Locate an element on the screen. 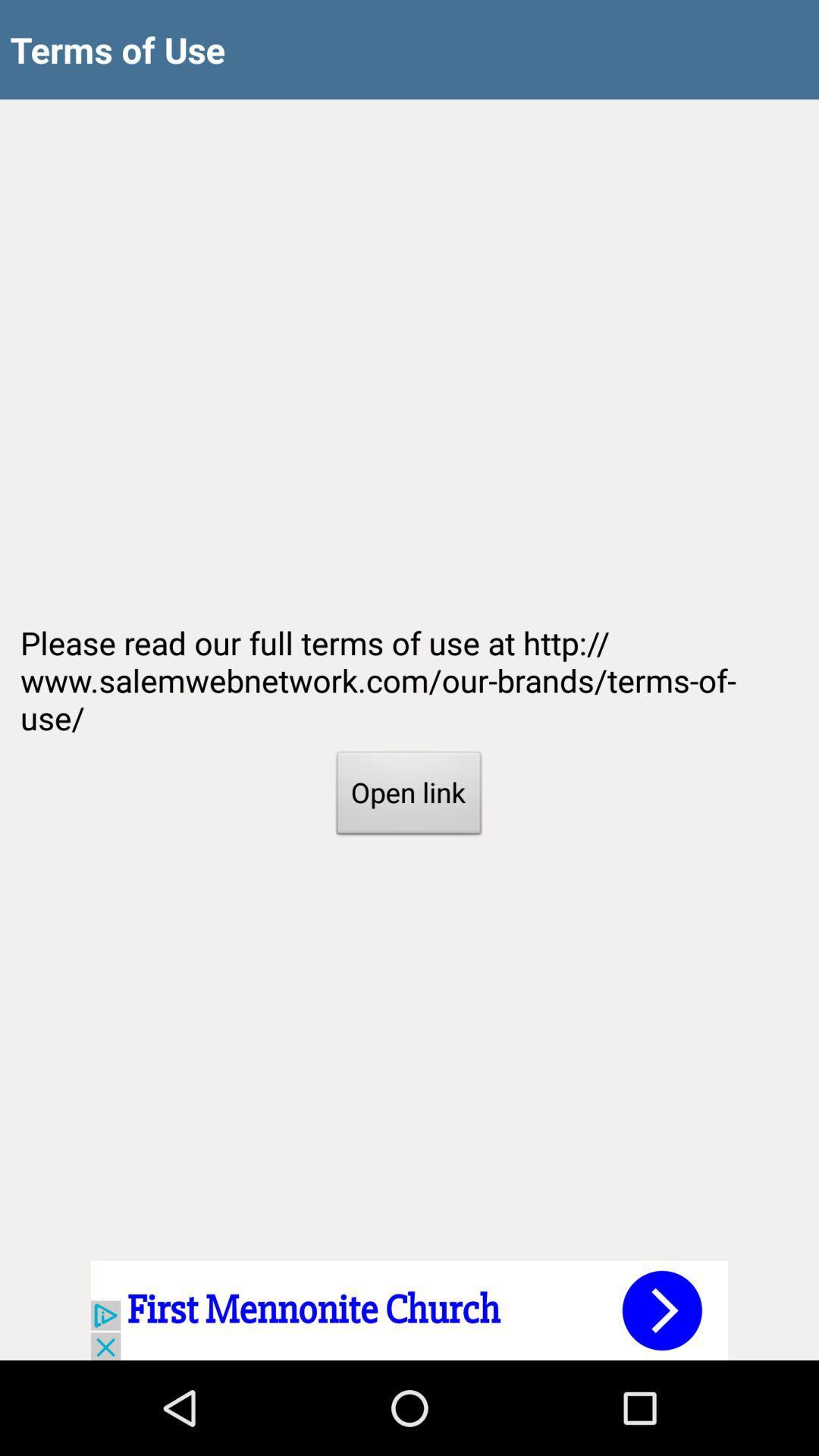 This screenshot has height=1456, width=819. advertising area is located at coordinates (409, 1310).